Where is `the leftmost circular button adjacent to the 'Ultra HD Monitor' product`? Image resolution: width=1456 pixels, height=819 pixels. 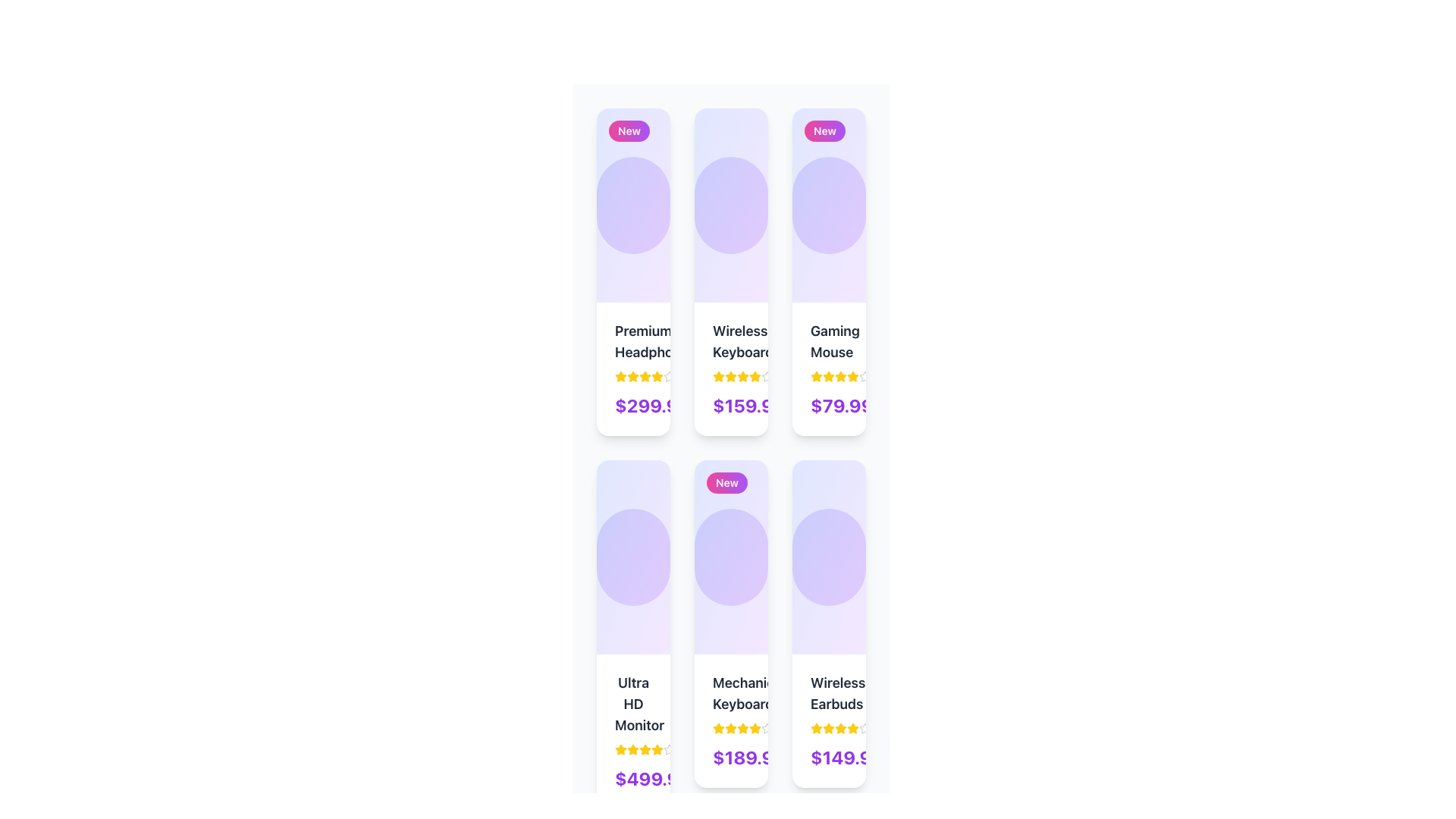 the leftmost circular button adjacent to the 'Ultra HD Monitor' product is located at coordinates (587, 557).